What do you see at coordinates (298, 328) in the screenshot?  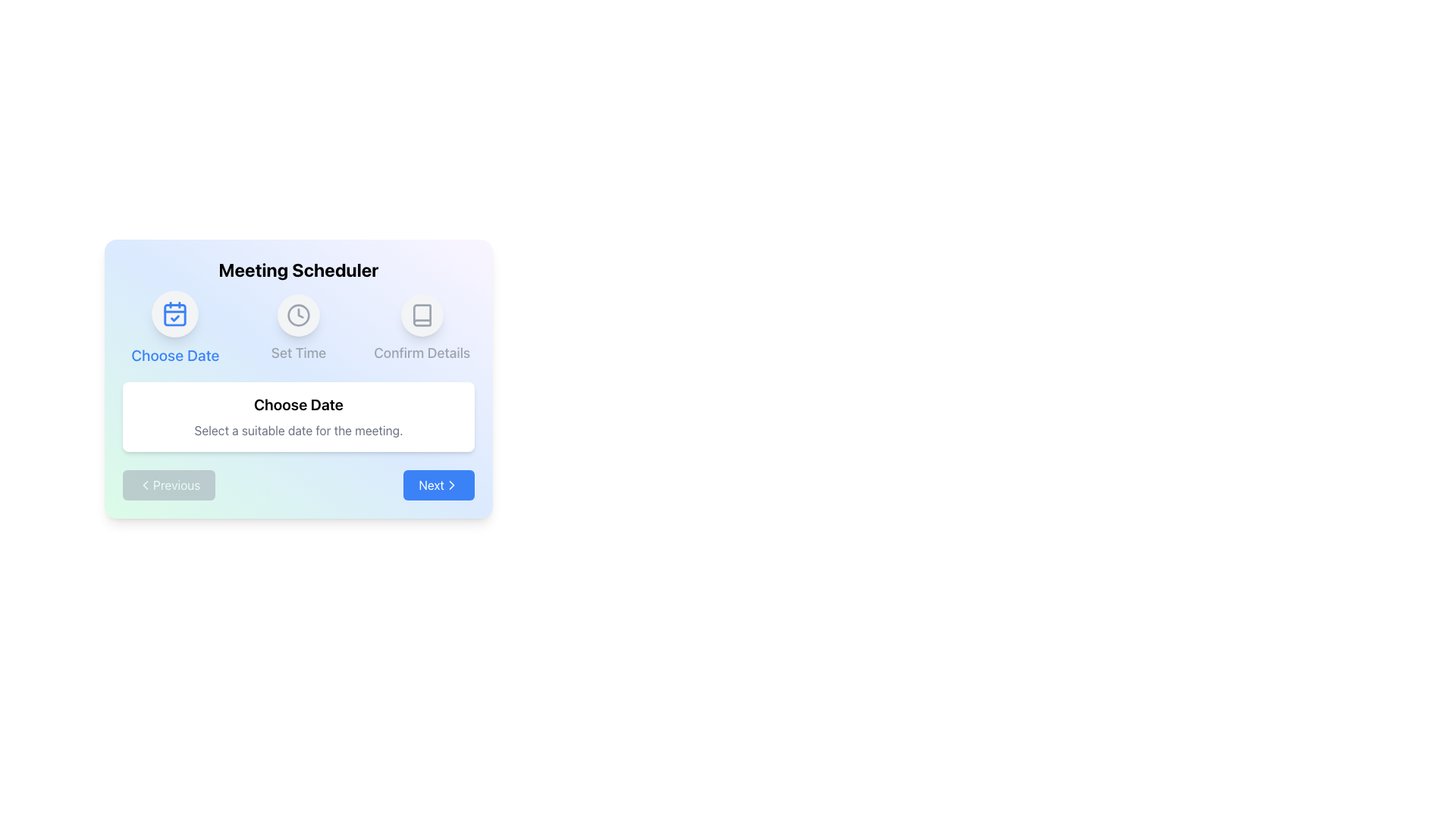 I see `the second section of the Navigation indicator / Step menu titled 'Set Time', which is part of the 'Meeting Scheduler' panel` at bounding box center [298, 328].